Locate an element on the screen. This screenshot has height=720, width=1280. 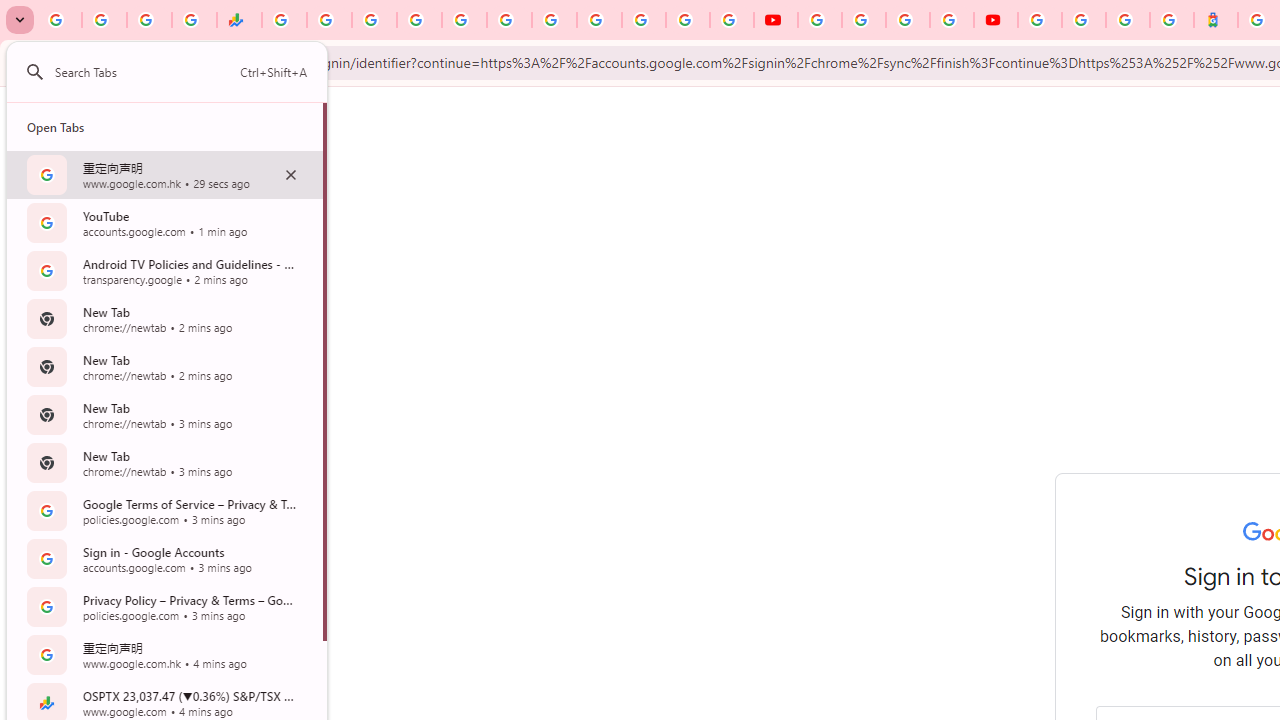
'YouTube' is located at coordinates (819, 20).